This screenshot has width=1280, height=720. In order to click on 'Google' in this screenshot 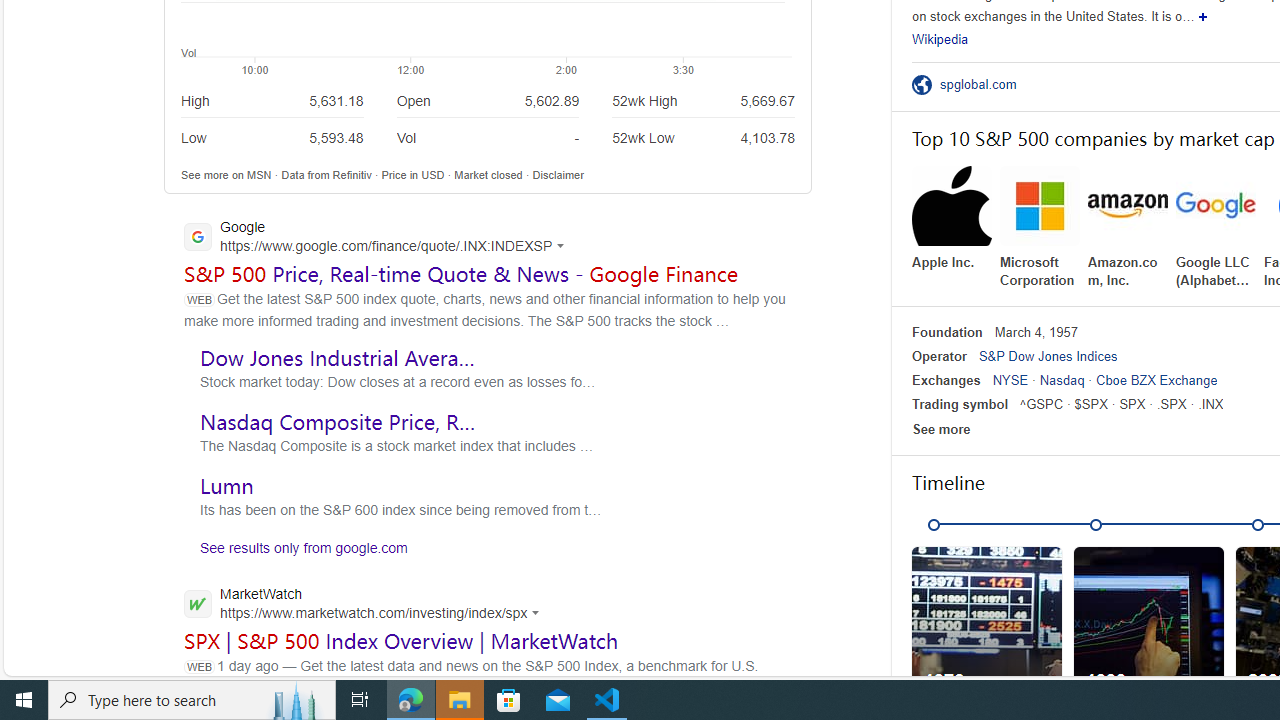, I will do `click(380, 237)`.